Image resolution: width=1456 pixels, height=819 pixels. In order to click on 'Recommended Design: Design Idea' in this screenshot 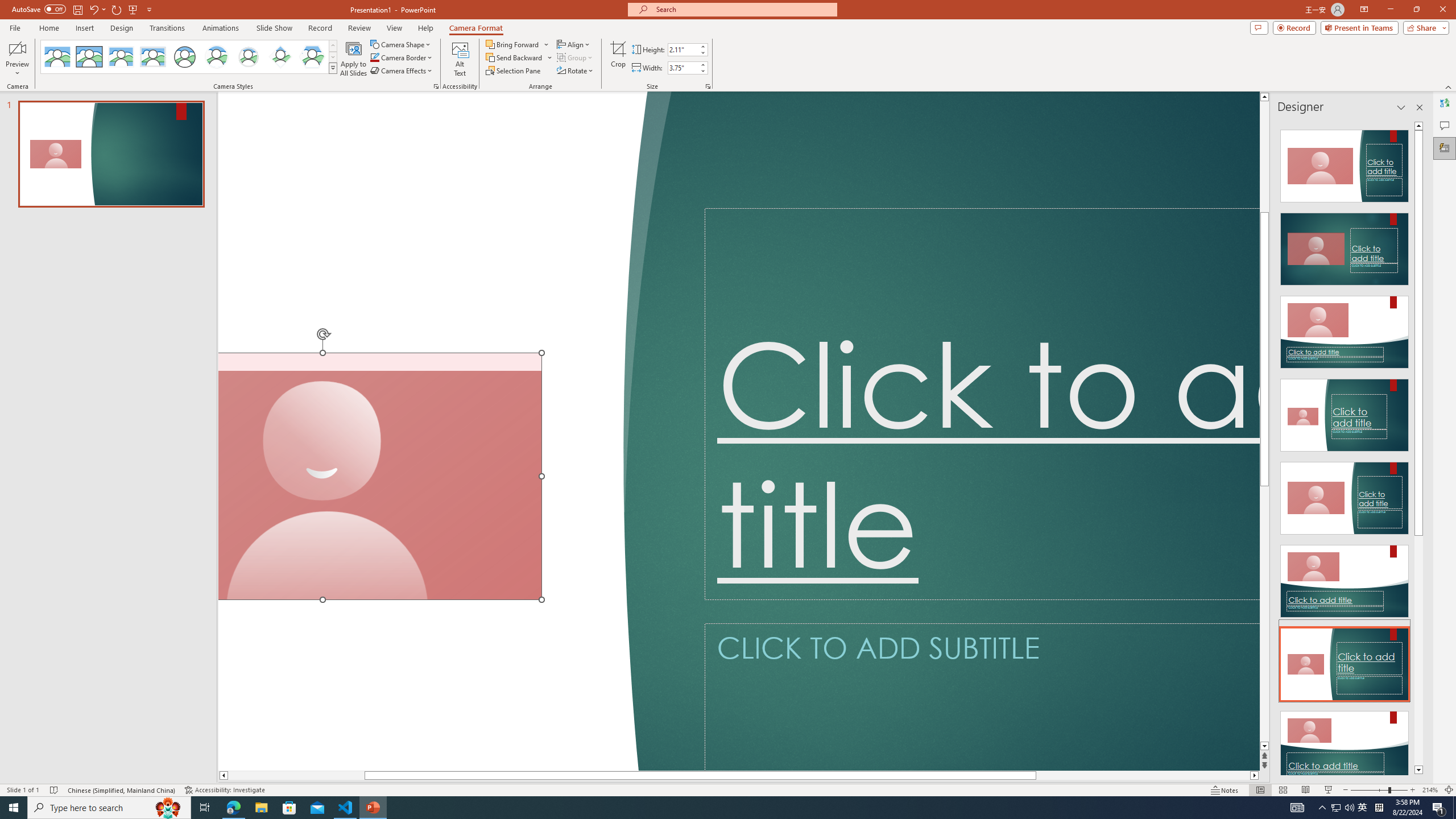, I will do `click(1345, 162)`.